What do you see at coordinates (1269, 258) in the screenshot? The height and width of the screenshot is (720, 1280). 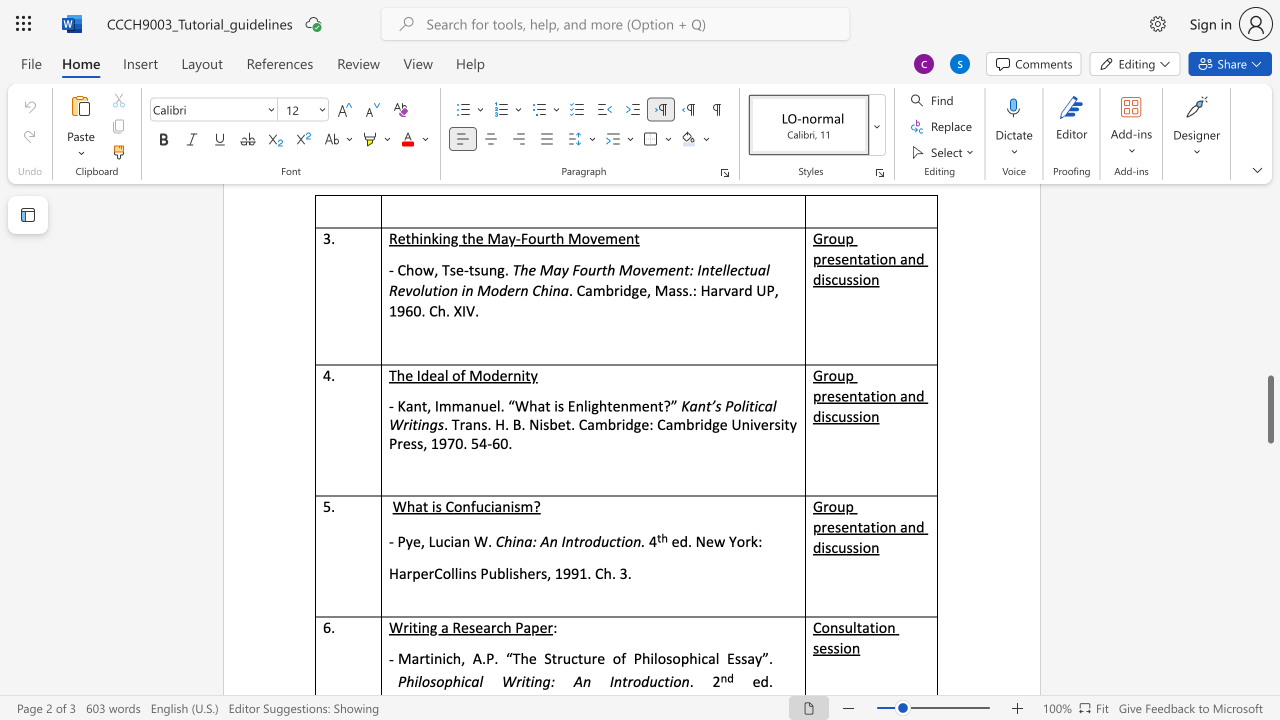 I see `the scrollbar` at bounding box center [1269, 258].